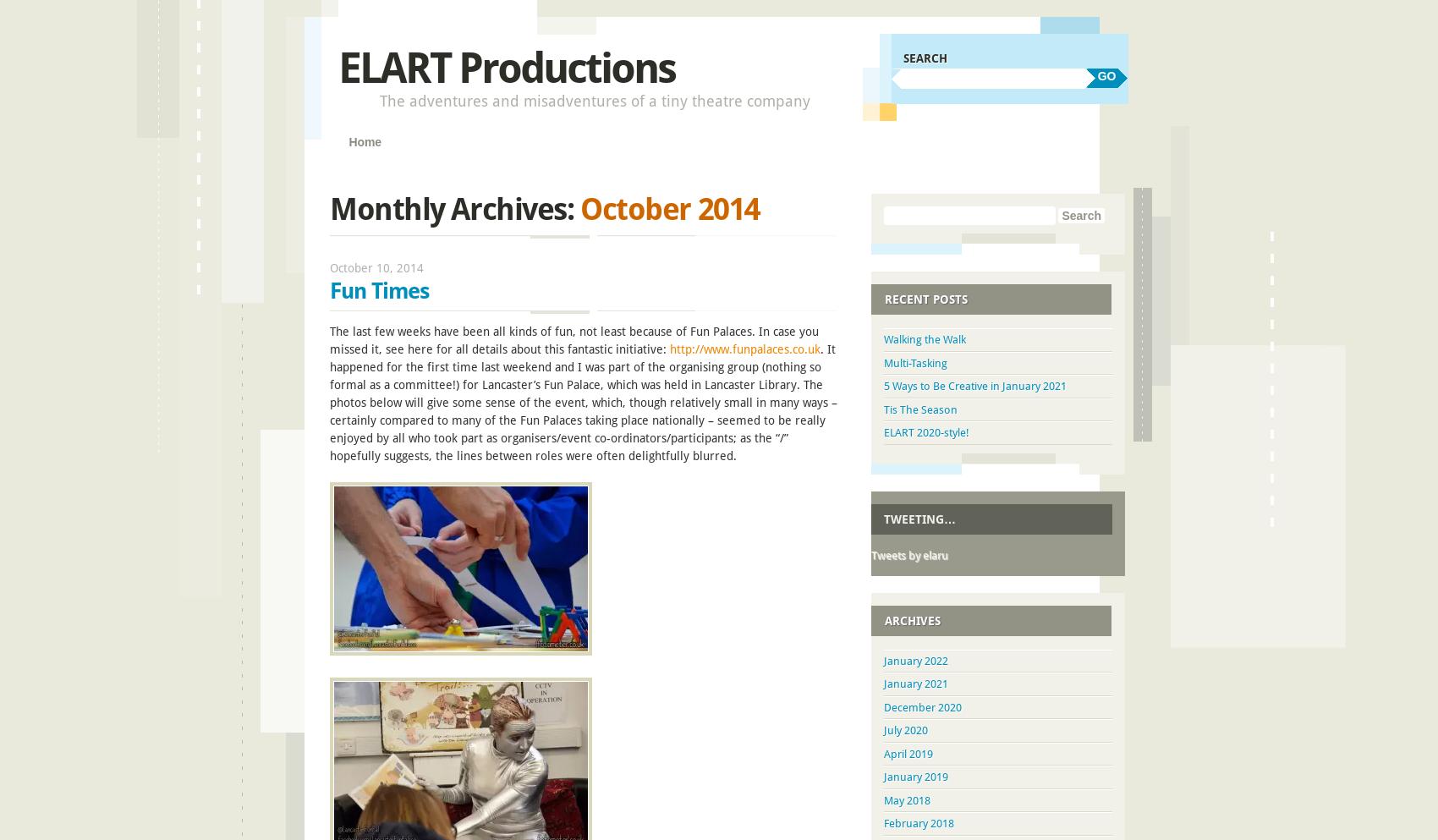 The width and height of the screenshot is (1438, 840). Describe the element at coordinates (919, 517) in the screenshot. I see `'Tweeting…'` at that location.